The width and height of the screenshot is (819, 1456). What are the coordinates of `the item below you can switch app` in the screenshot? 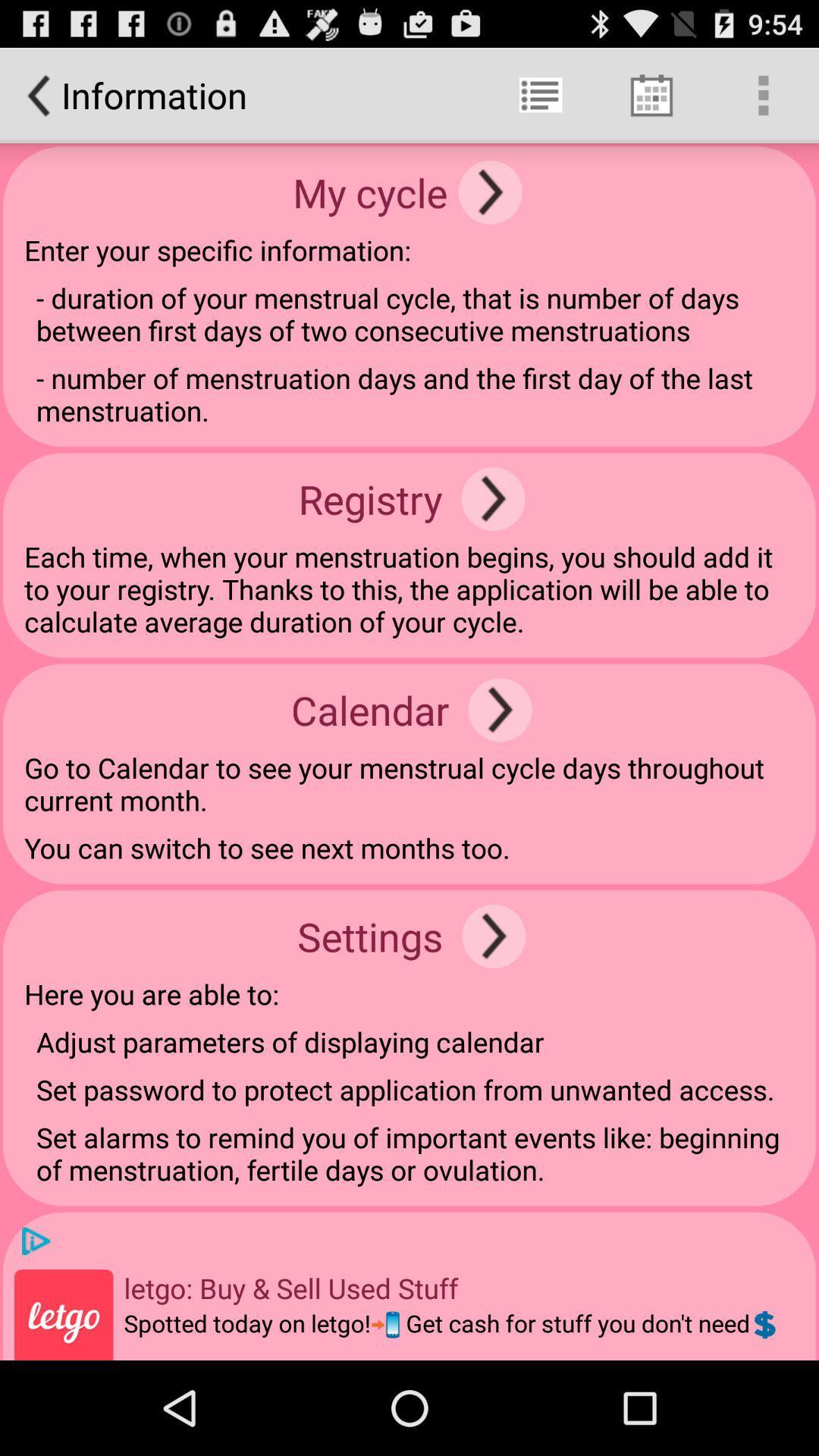 It's located at (494, 935).